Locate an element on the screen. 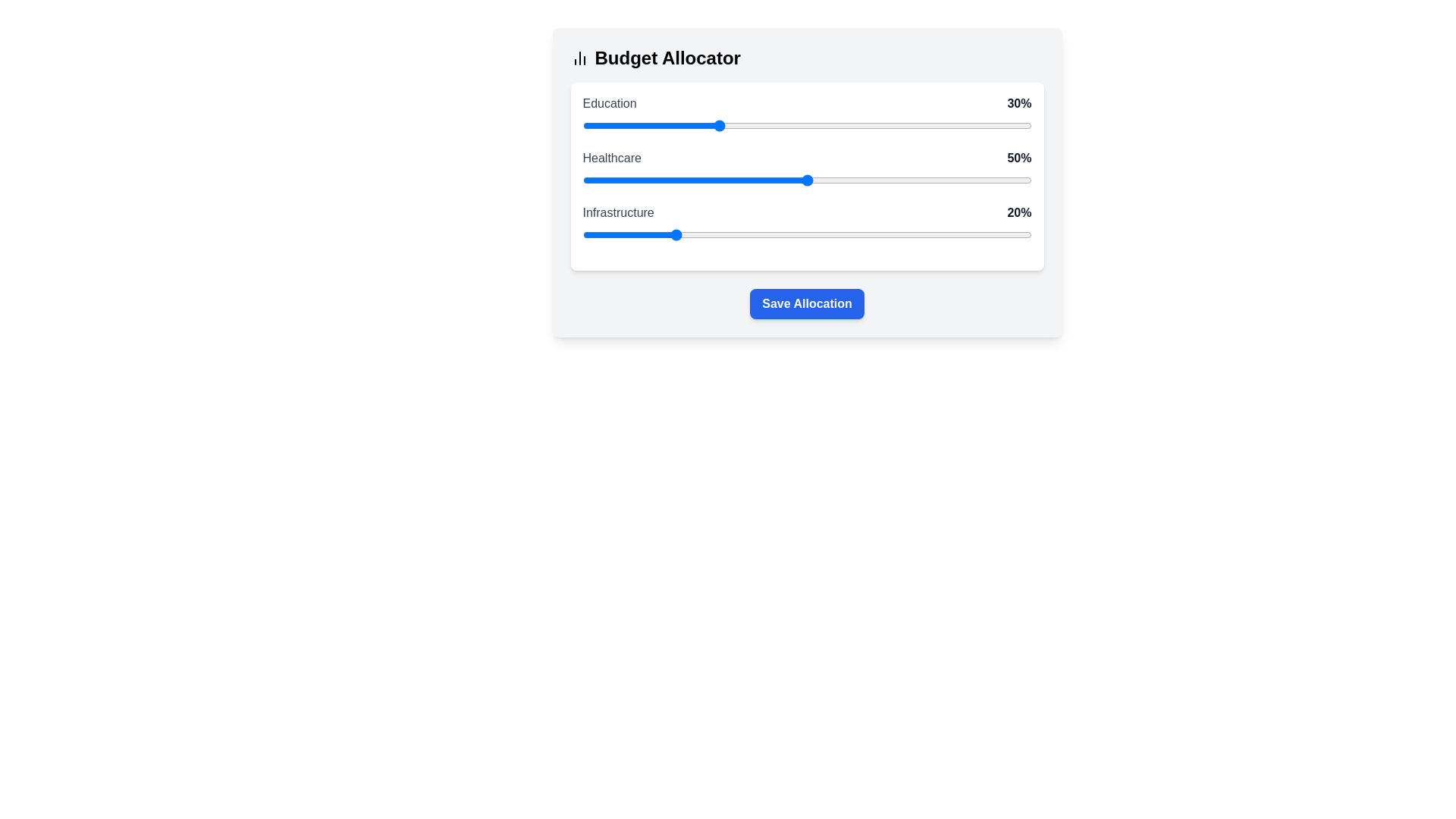  the bar chart icon located to the left of the 'Budget Allocator' text in the header section of the interface is located at coordinates (579, 58).